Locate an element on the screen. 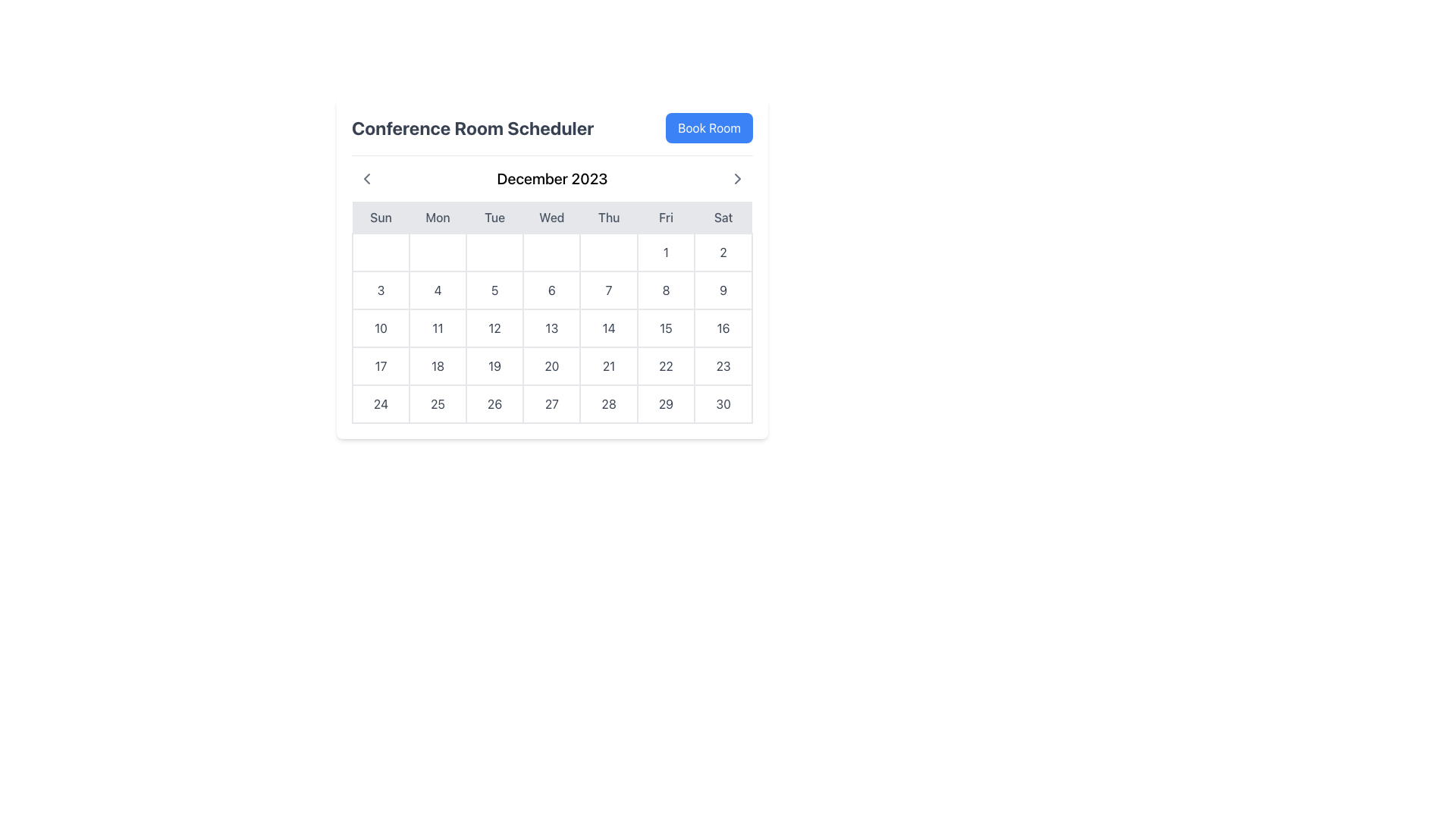 This screenshot has width=1456, height=819. the clickable calendar date element representing the date '27', styled as a box with a rounded border and grey text is located at coordinates (551, 403).